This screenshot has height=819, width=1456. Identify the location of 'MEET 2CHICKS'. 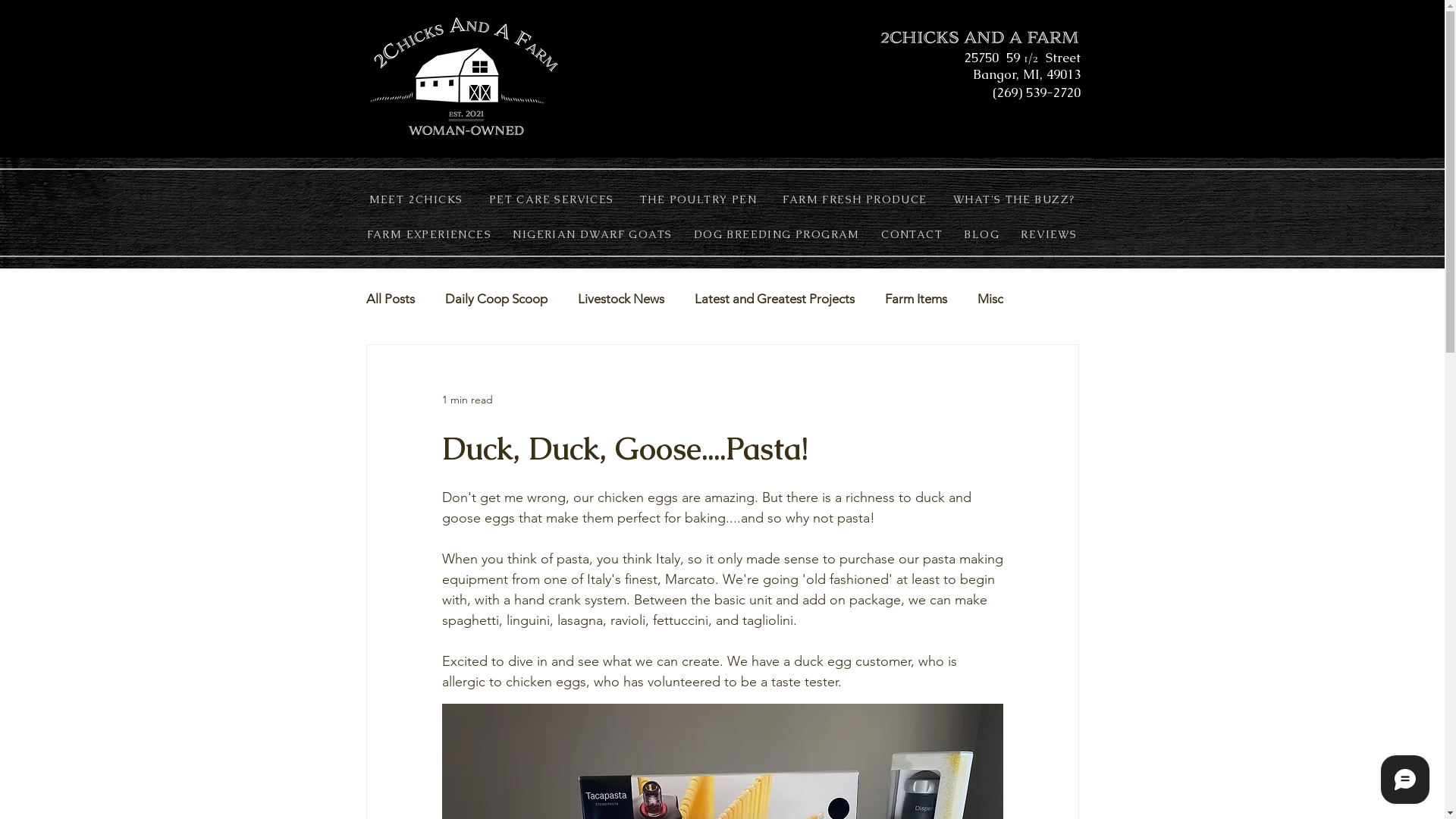
(356, 198).